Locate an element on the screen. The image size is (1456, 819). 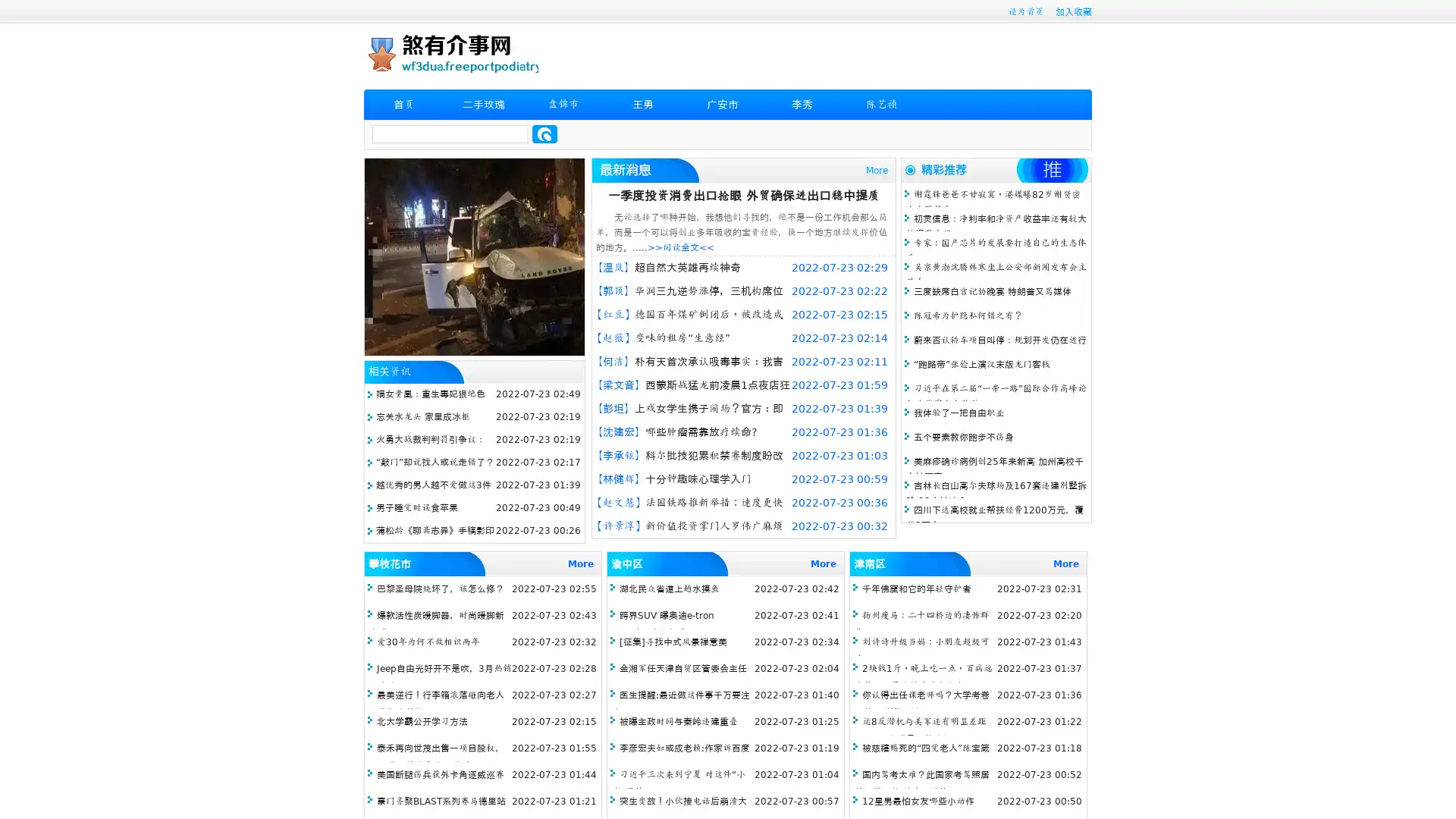
Search is located at coordinates (544, 133).